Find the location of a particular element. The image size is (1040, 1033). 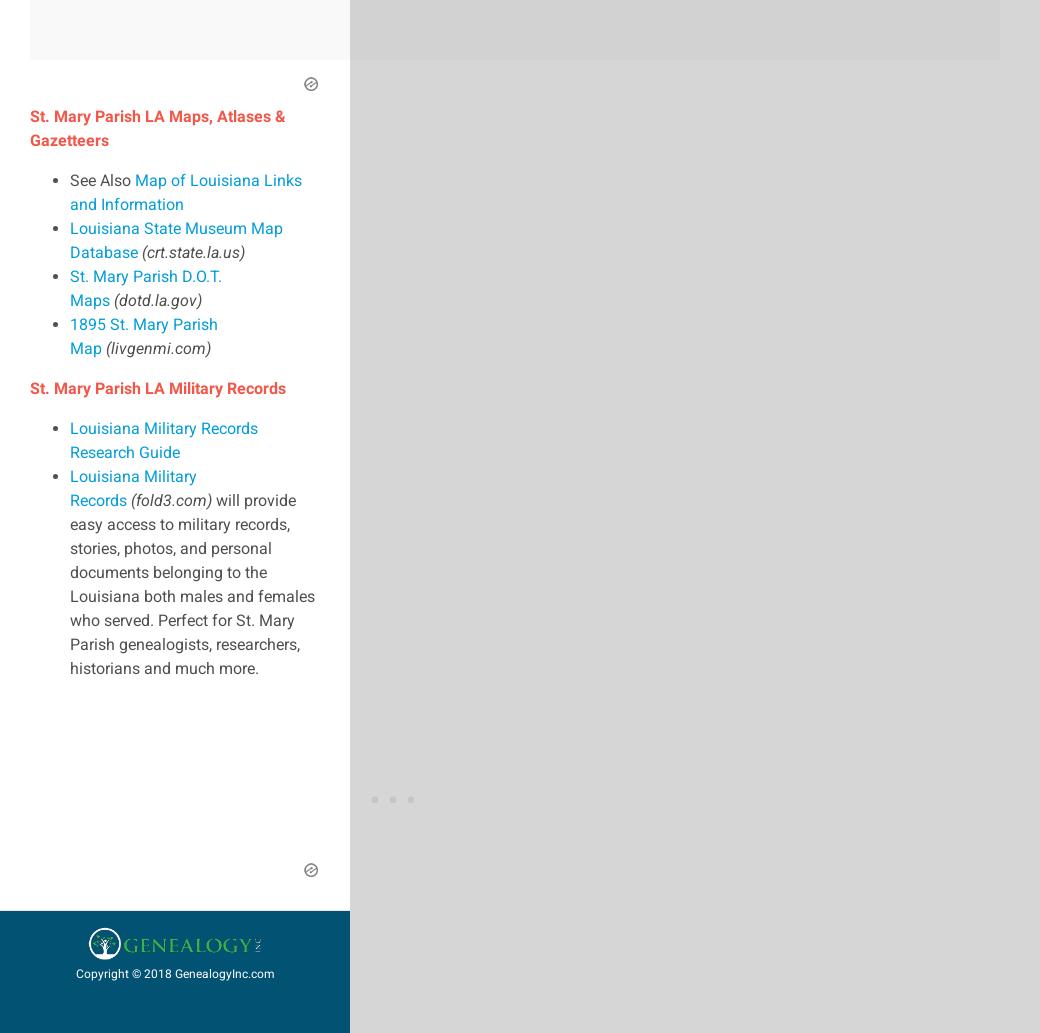

'(livgenmi.com)' is located at coordinates (104, 347).